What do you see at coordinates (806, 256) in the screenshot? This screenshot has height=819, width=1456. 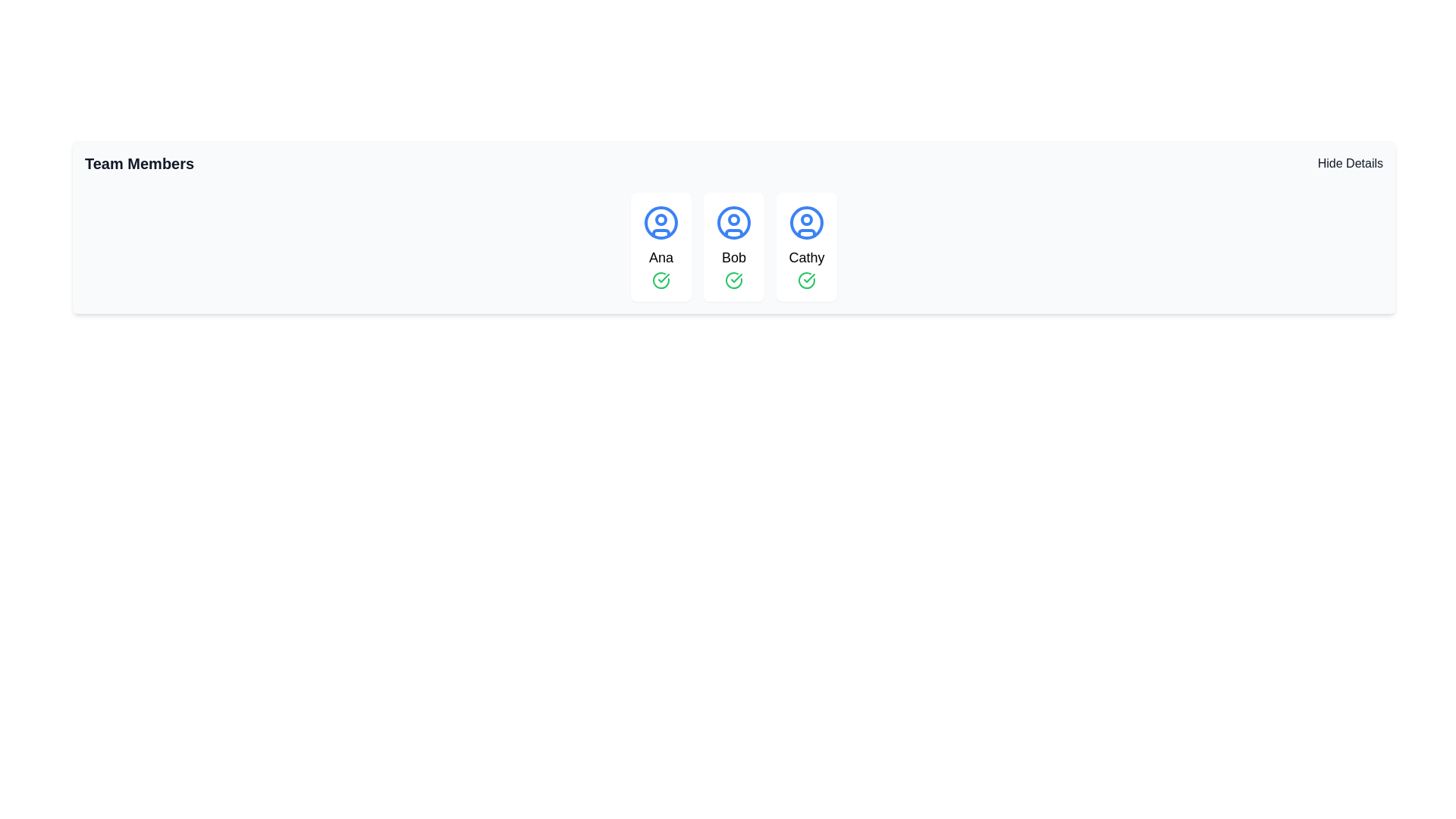 I see `displayed text of the label indicating the user named 'Cathy' located within the third card, centered below the blue user icon` at bounding box center [806, 256].